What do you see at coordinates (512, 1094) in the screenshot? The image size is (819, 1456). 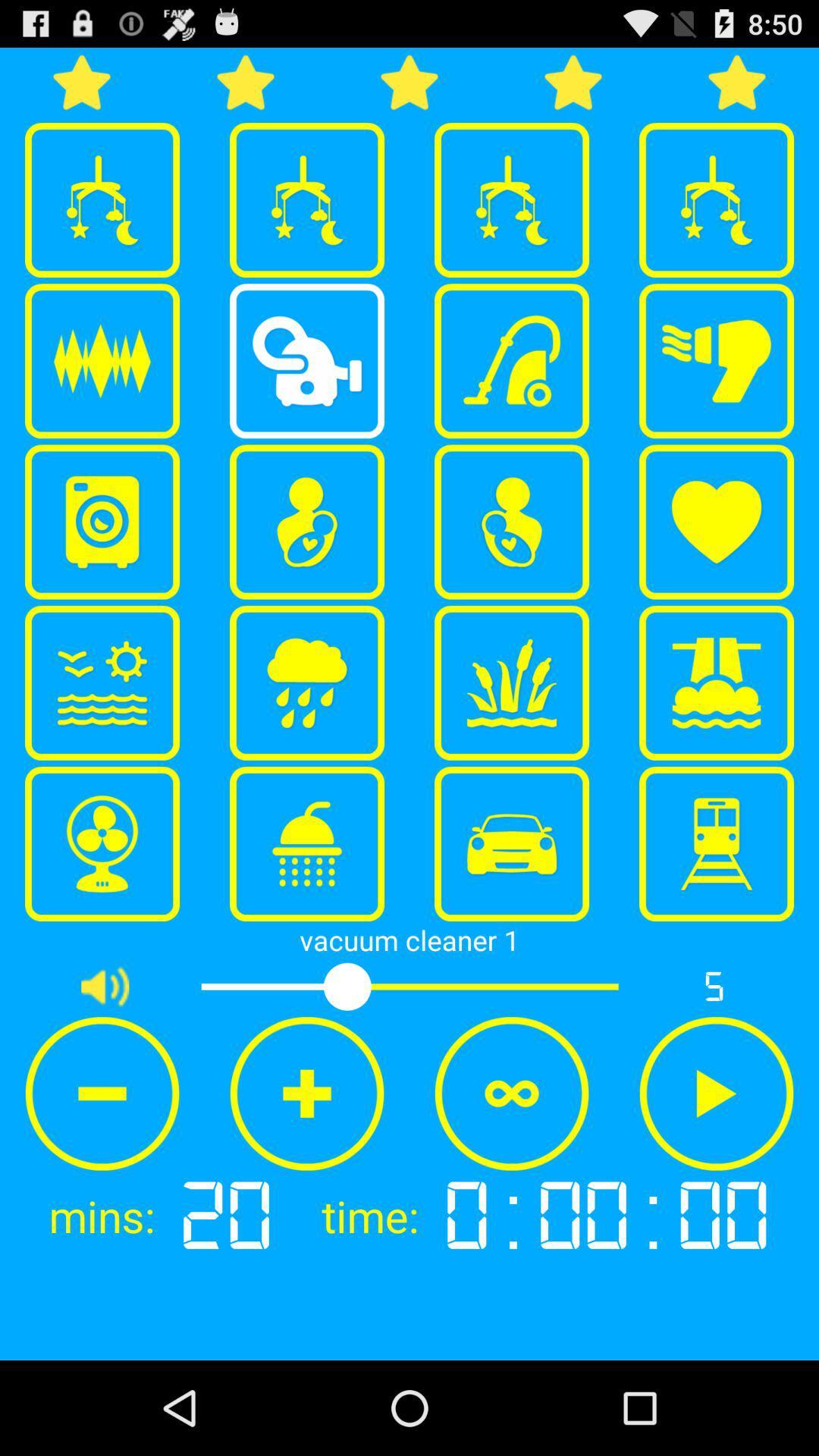 I see `the app above time:` at bounding box center [512, 1094].